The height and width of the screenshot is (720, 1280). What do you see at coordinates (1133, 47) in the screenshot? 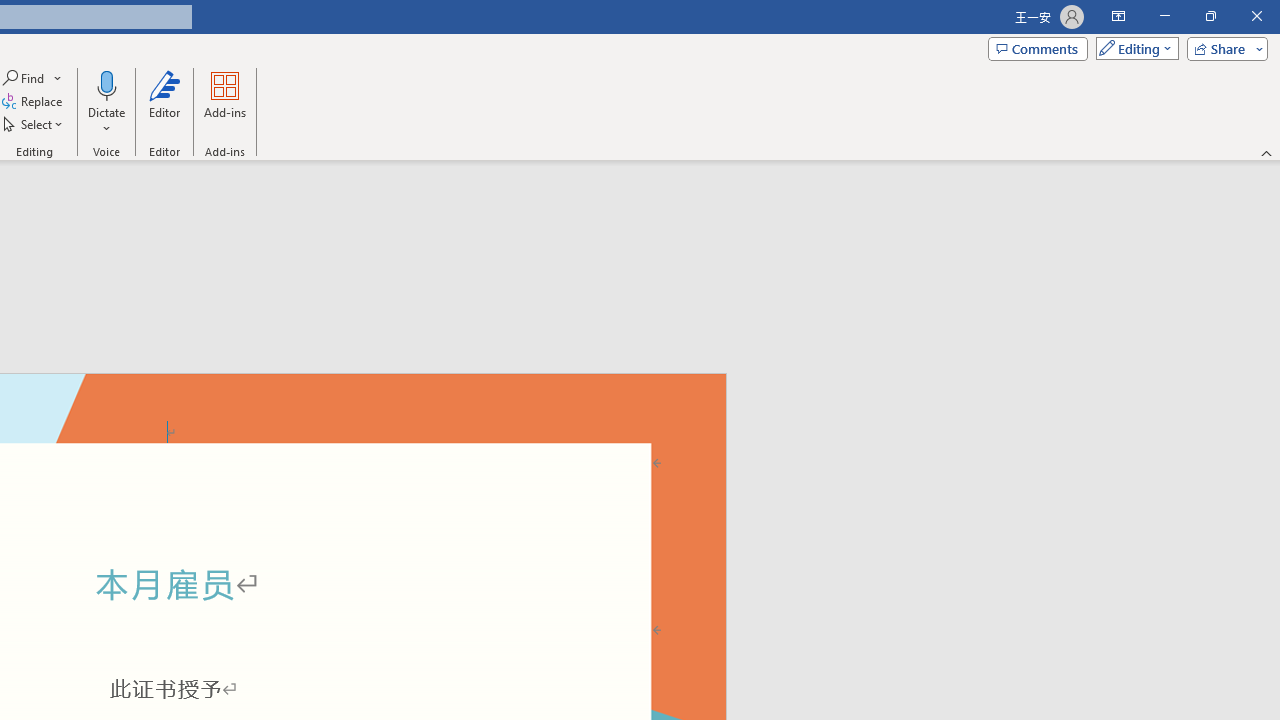
I see `'Mode'` at bounding box center [1133, 47].